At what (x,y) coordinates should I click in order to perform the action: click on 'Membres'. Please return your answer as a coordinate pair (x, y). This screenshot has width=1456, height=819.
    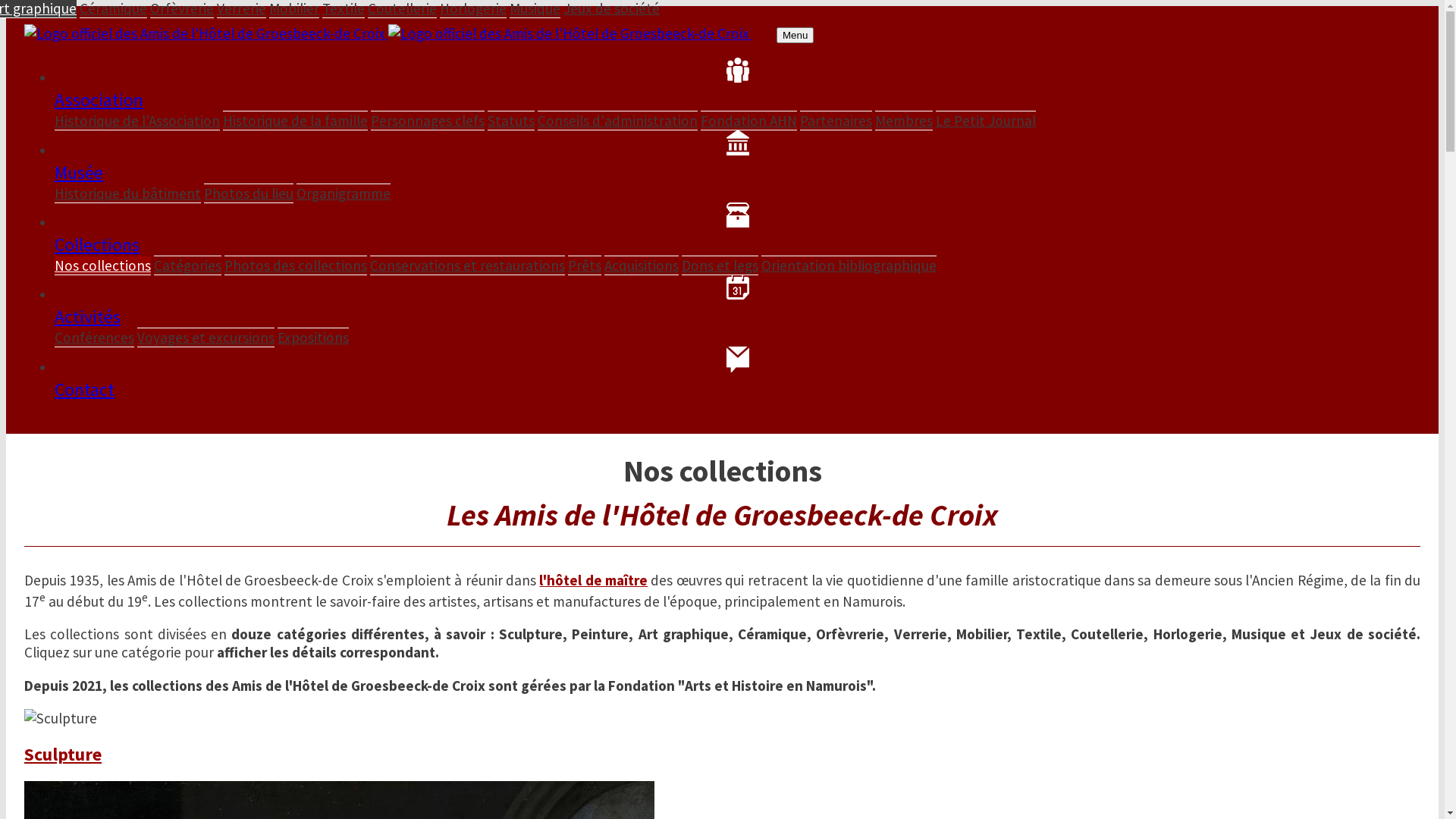
    Looking at the image, I should click on (874, 119).